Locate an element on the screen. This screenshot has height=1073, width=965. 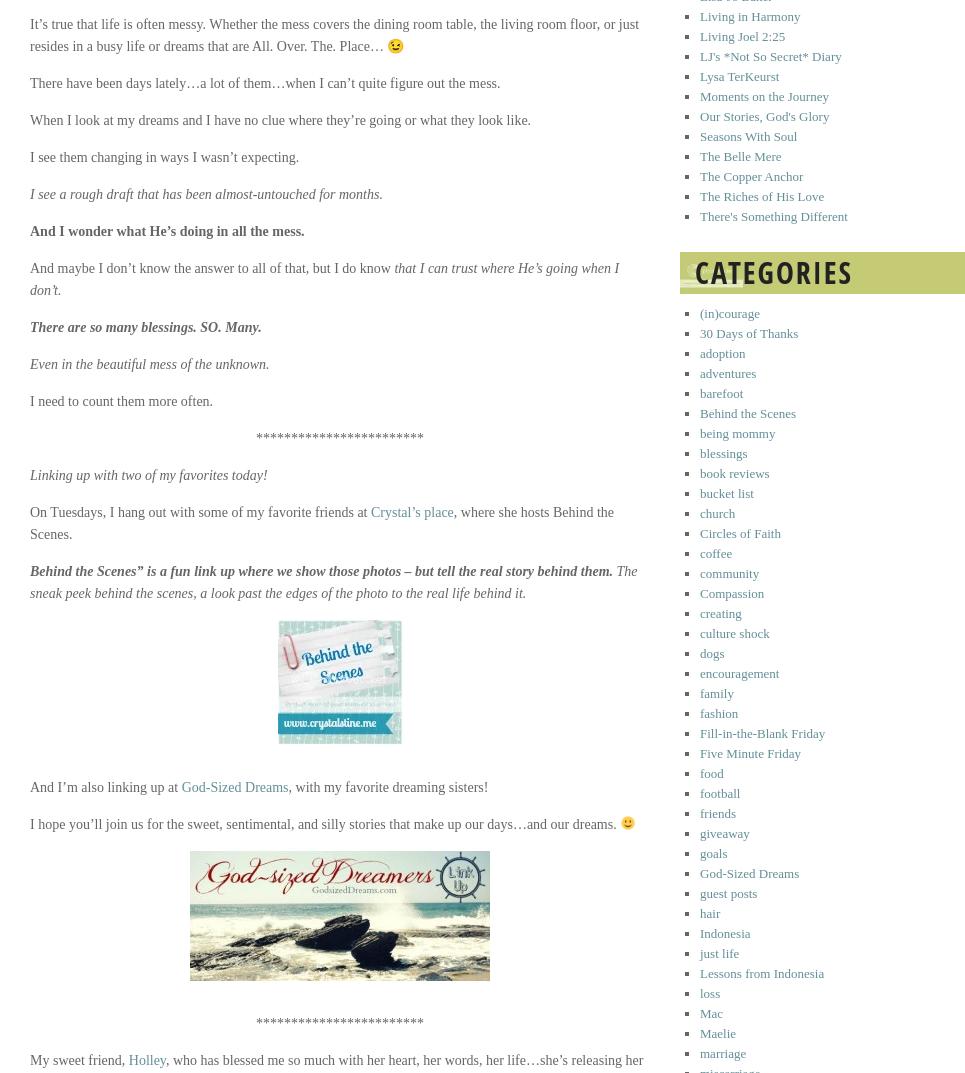
'Behind the Scenes” is a fun link up where we show those photos – but tell the real story behind them.' is located at coordinates (320, 571).